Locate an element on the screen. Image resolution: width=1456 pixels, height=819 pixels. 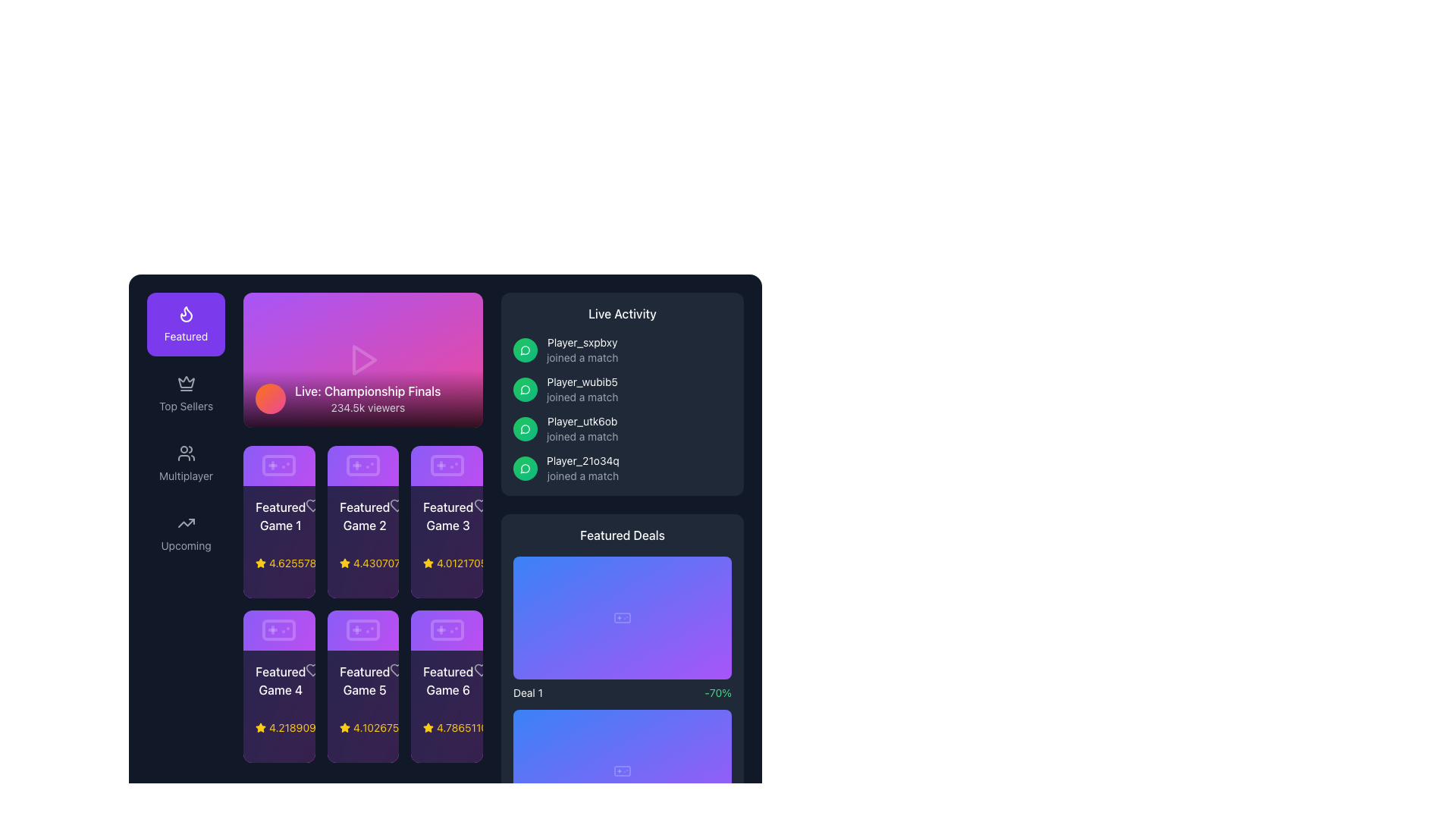
the heart icon located in the top-right region of the 'Featured Game 3' card is located at coordinates (480, 505).